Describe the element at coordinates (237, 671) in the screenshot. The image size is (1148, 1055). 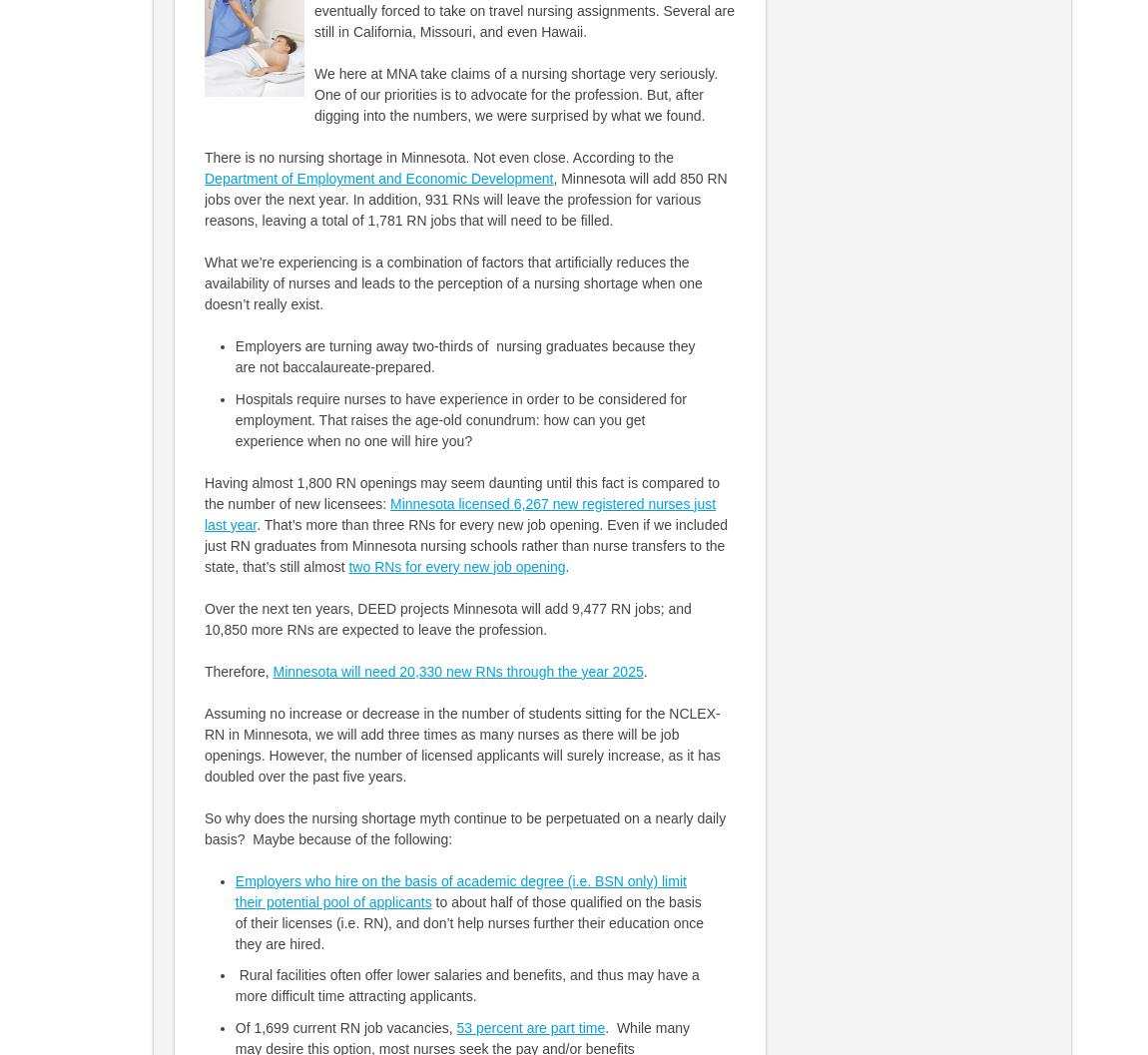
I see `'Therefore,'` at that location.